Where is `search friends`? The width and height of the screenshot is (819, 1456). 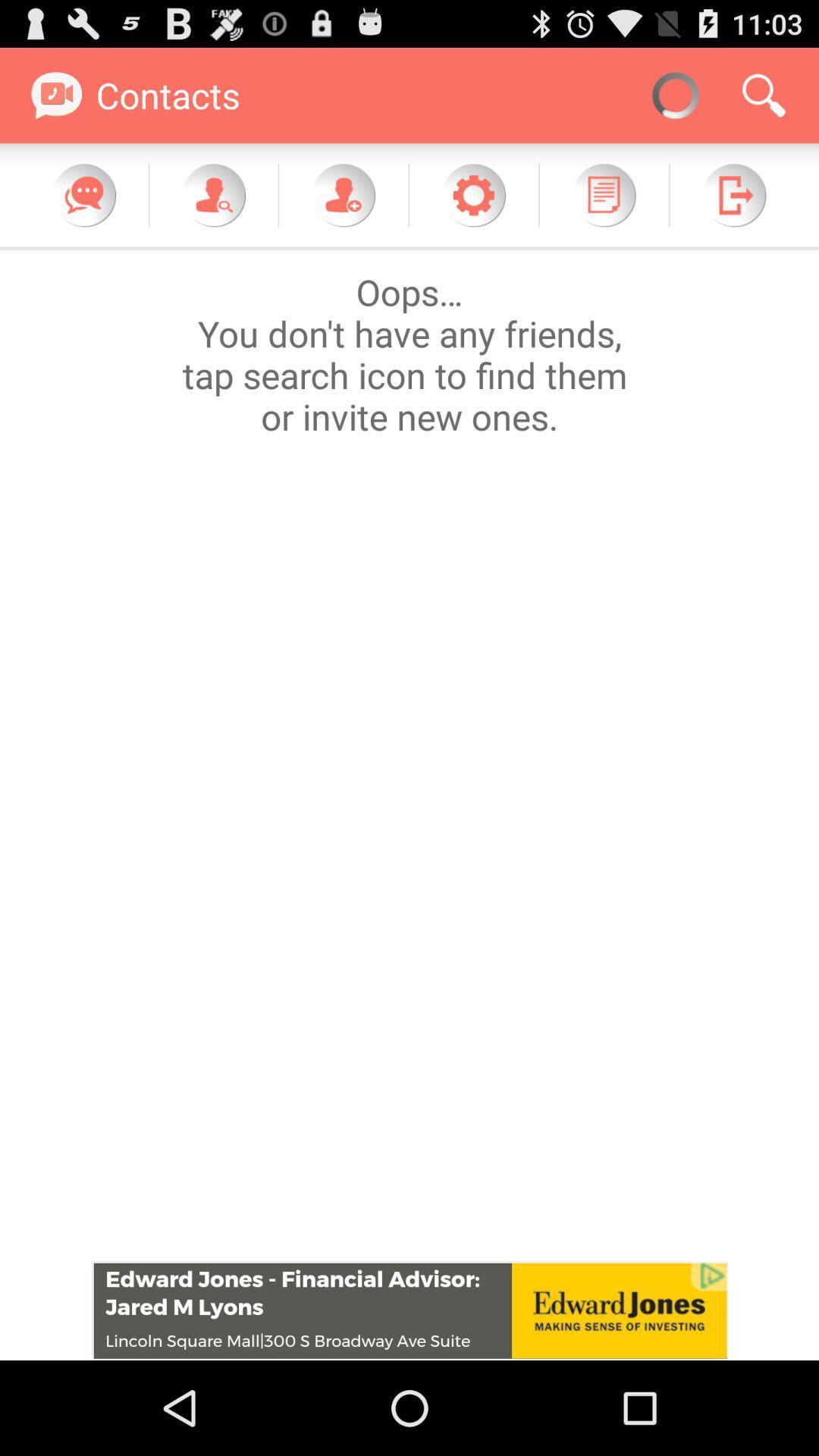 search friends is located at coordinates (213, 194).